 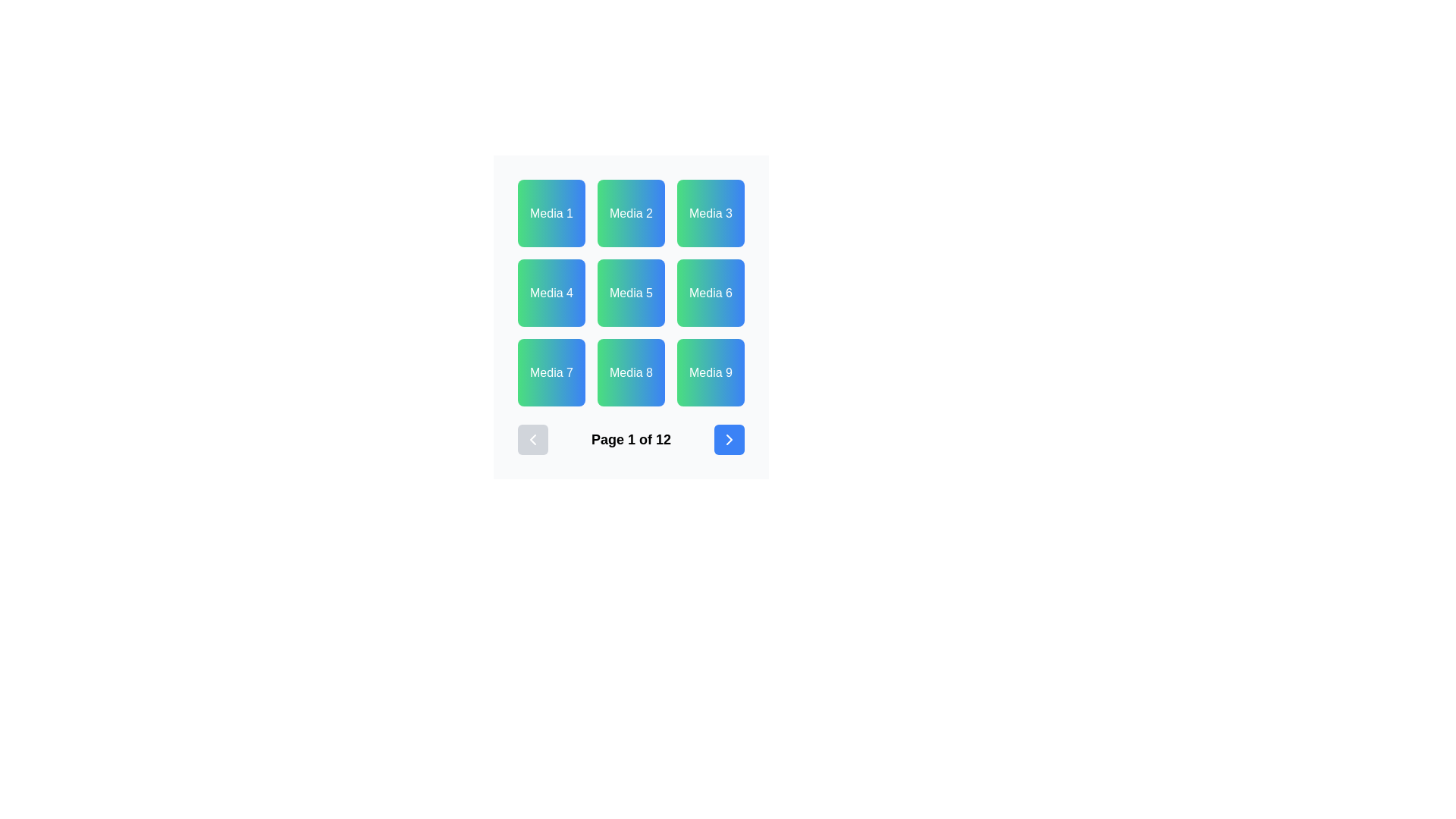 I want to click on the button located in the bottom-right corner of the navigation toolbar, which is used to navigate to the next page of paginated content, so click(x=729, y=439).